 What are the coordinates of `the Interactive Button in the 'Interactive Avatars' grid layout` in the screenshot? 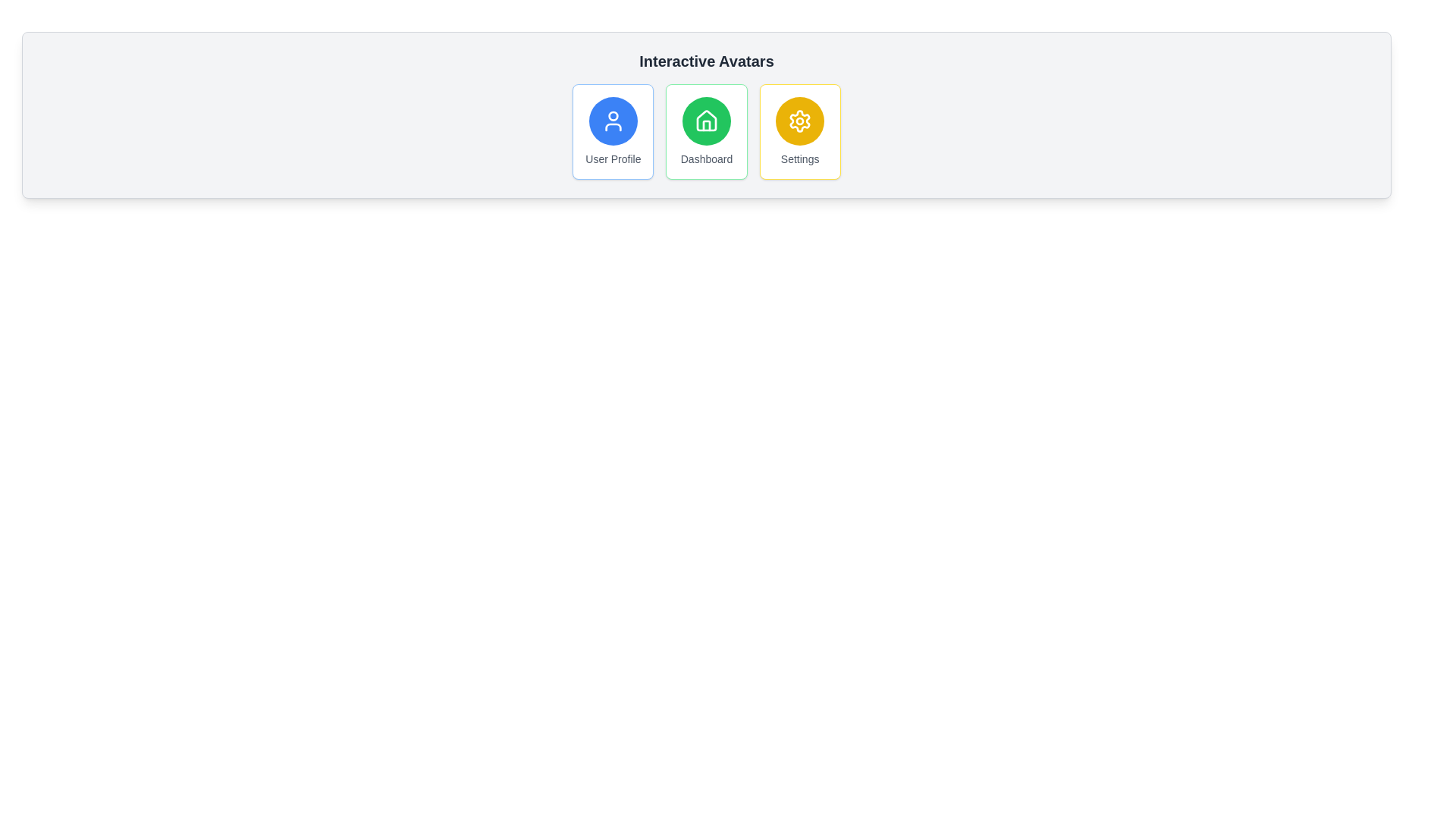 It's located at (705, 130).